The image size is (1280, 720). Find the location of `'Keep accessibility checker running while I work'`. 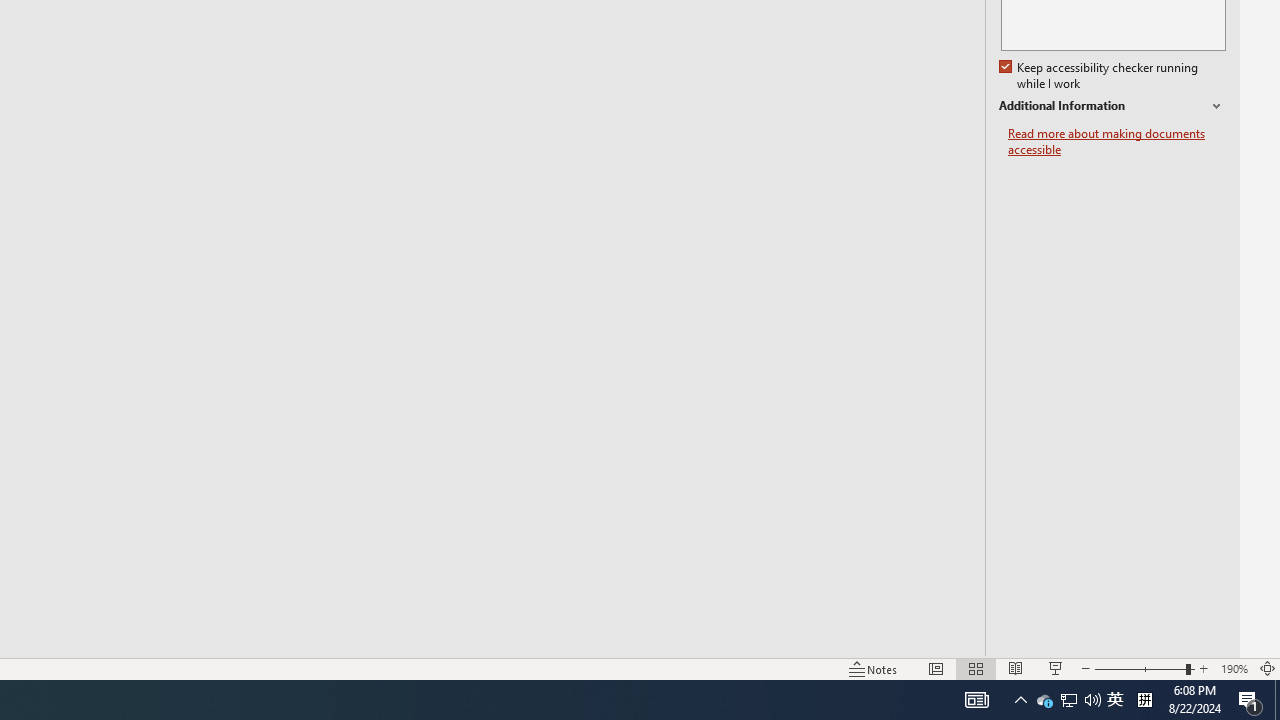

'Keep accessibility checker running while I work' is located at coordinates (1099, 75).